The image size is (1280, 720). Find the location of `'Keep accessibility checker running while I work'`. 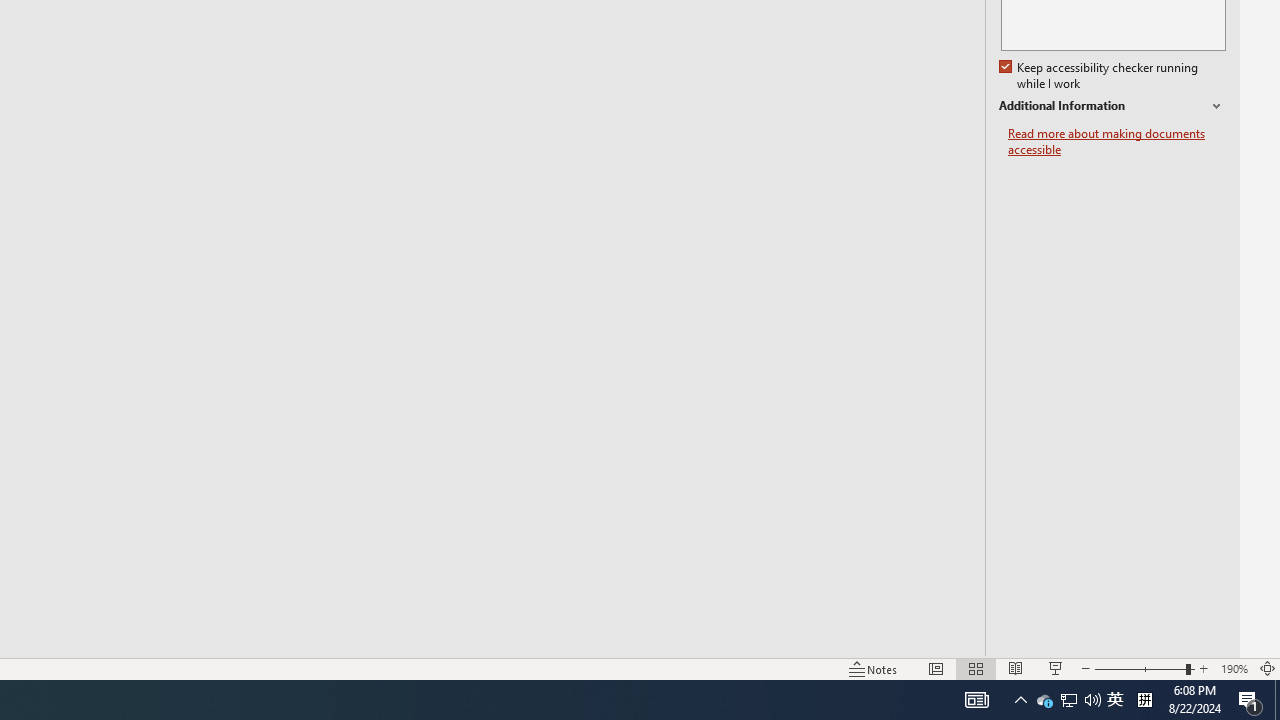

'Keep accessibility checker running while I work' is located at coordinates (1099, 75).